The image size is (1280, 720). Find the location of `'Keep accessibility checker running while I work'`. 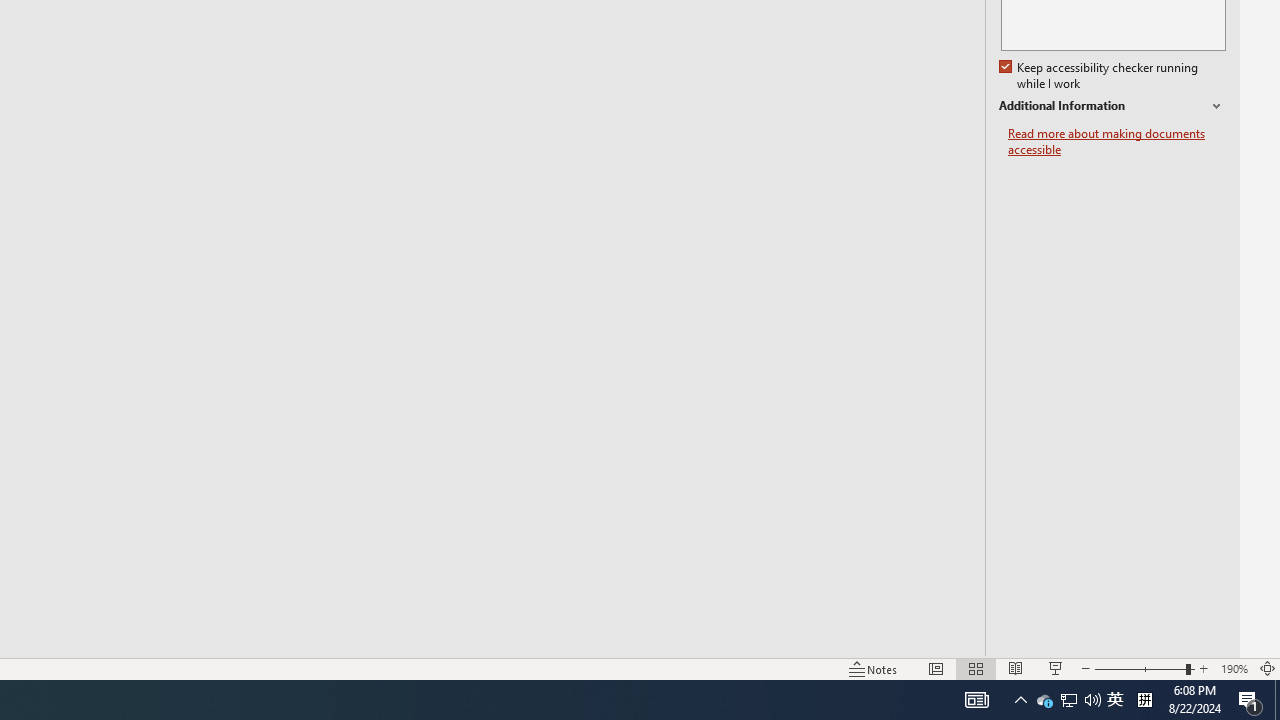

'Keep accessibility checker running while I work' is located at coordinates (1099, 75).